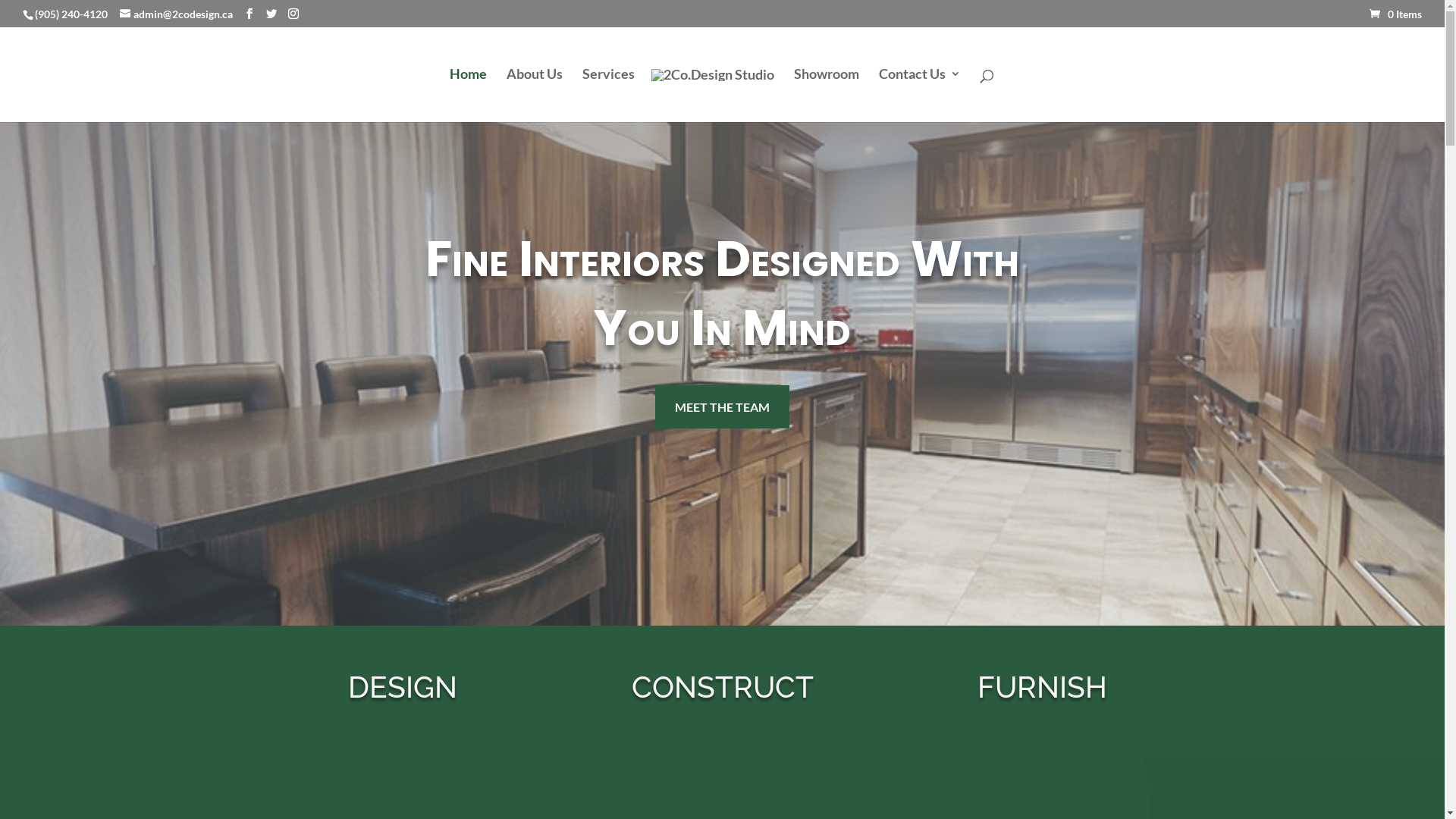  What do you see at coordinates (721, 406) in the screenshot?
I see `'MEET THE TEAM'` at bounding box center [721, 406].